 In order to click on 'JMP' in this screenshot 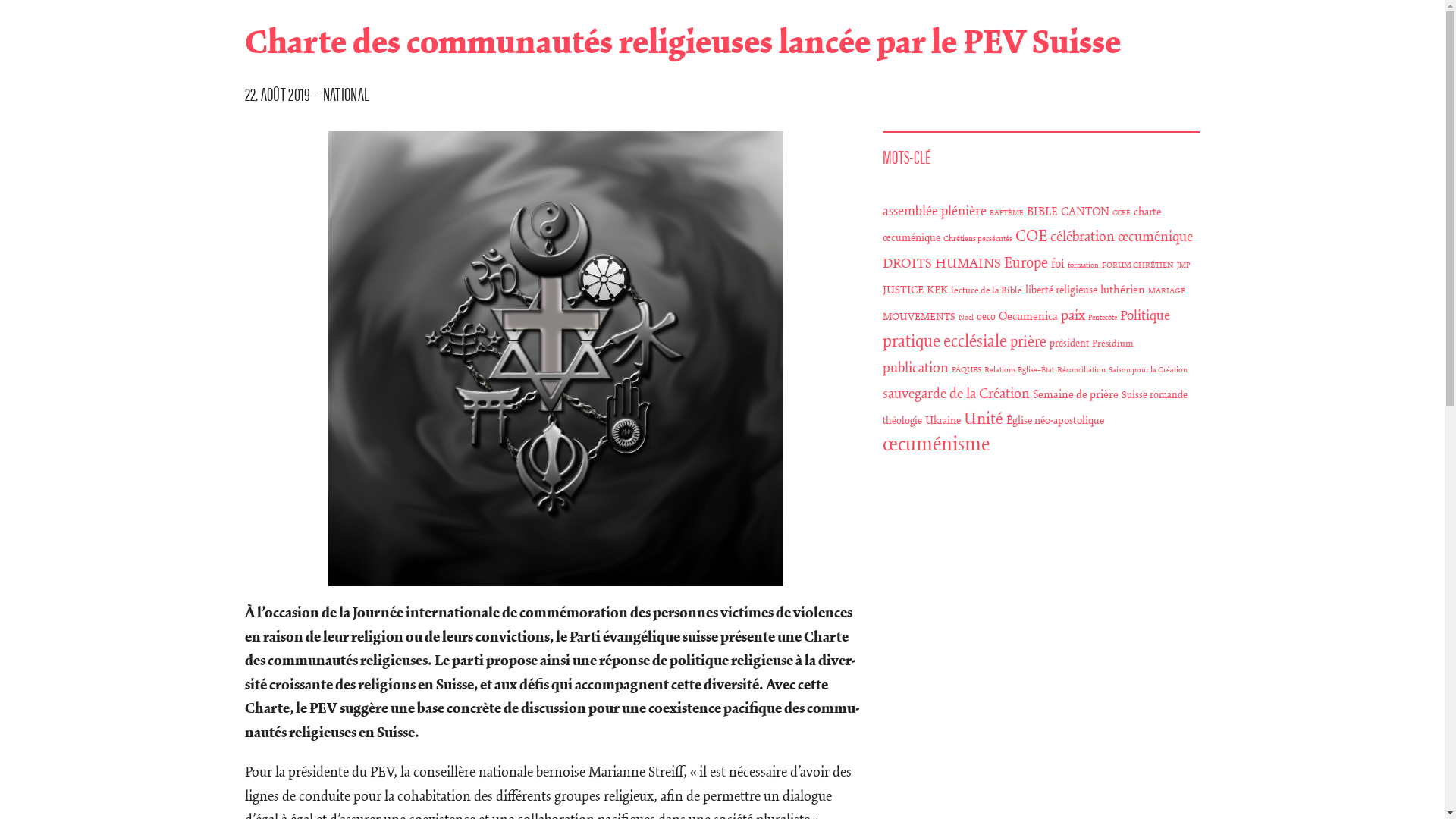, I will do `click(1182, 265)`.